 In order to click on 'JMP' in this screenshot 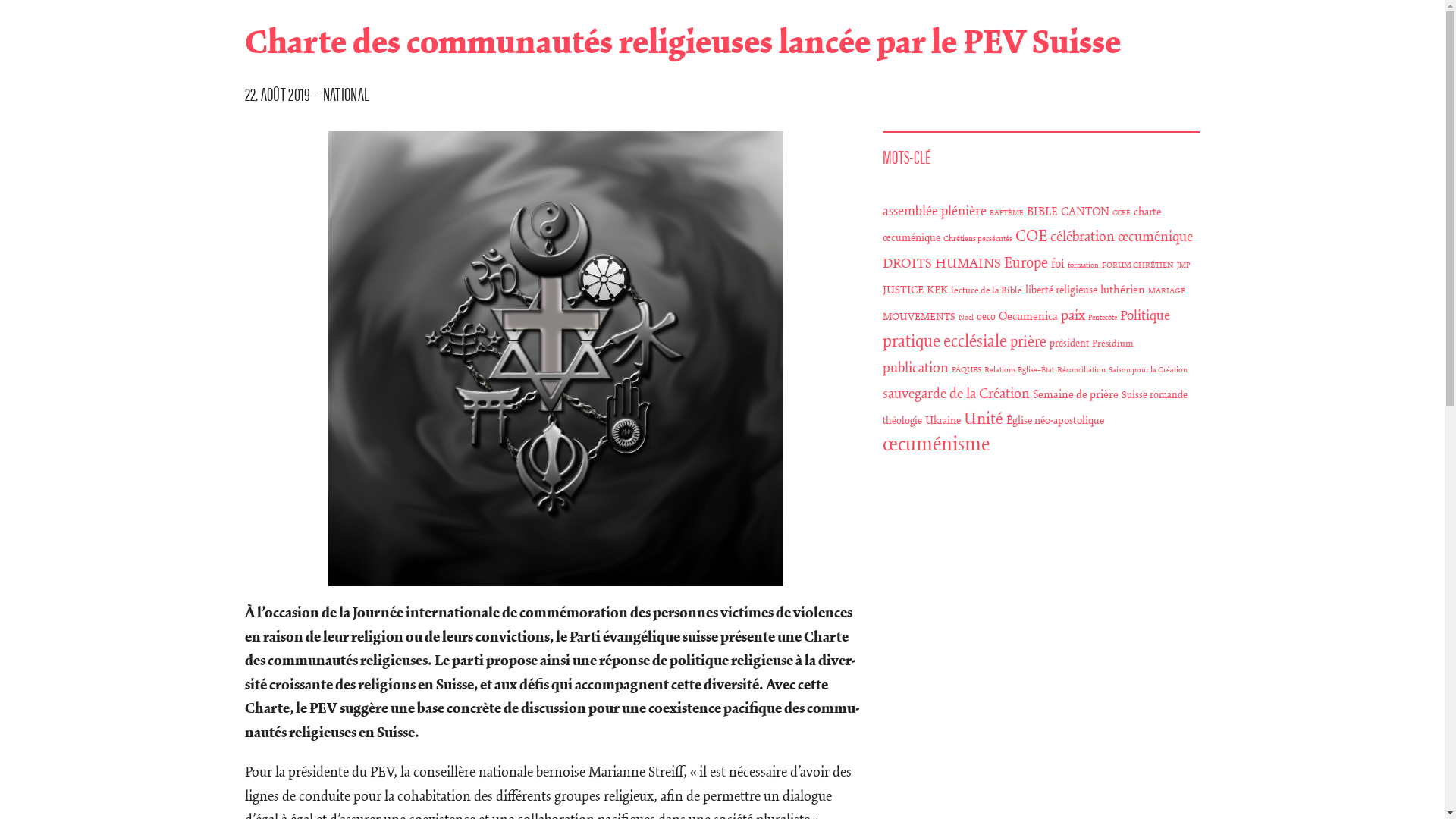, I will do `click(1182, 265)`.